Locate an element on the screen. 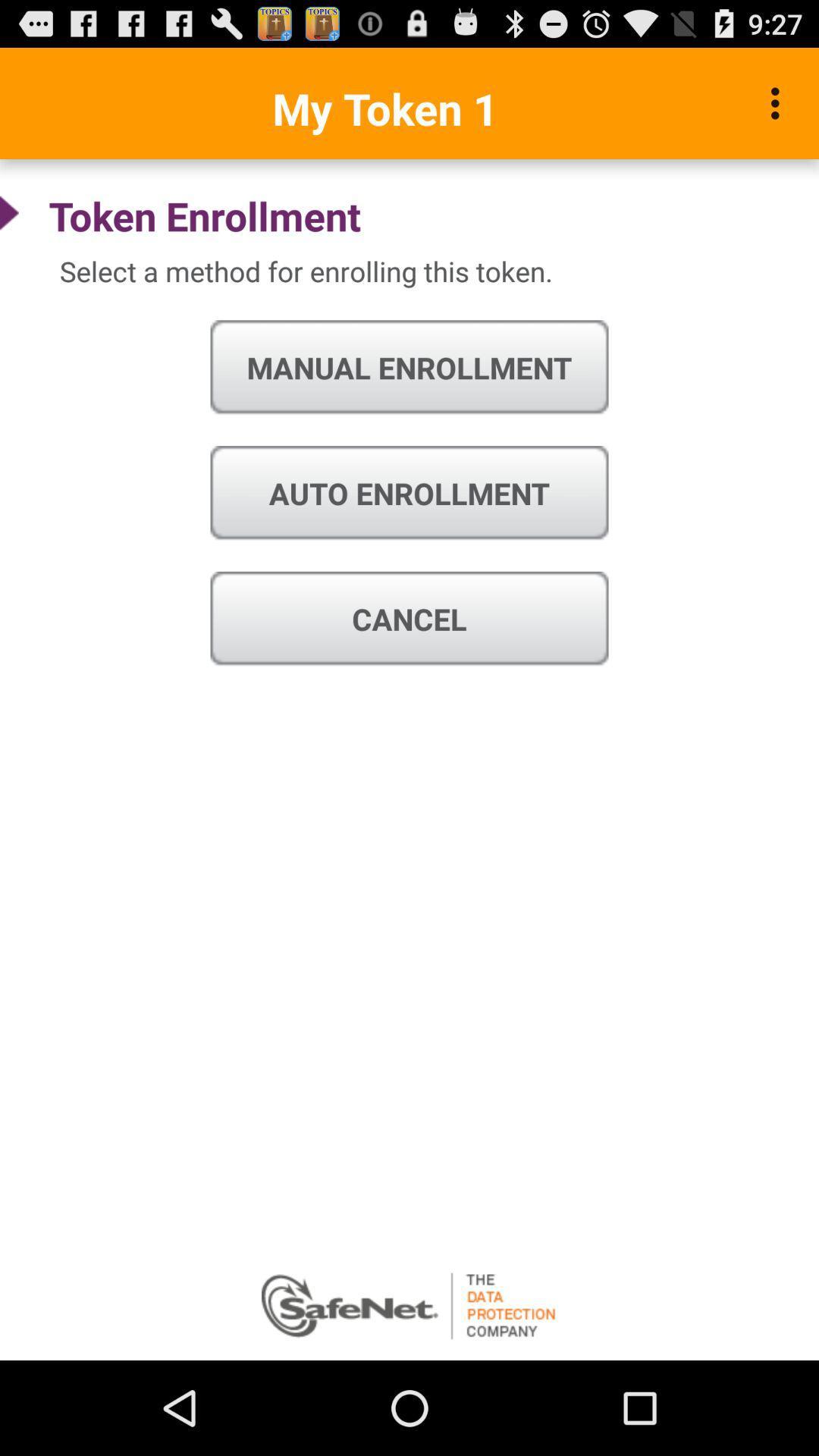 The image size is (819, 1456). item next to my token 1 icon is located at coordinates (779, 102).